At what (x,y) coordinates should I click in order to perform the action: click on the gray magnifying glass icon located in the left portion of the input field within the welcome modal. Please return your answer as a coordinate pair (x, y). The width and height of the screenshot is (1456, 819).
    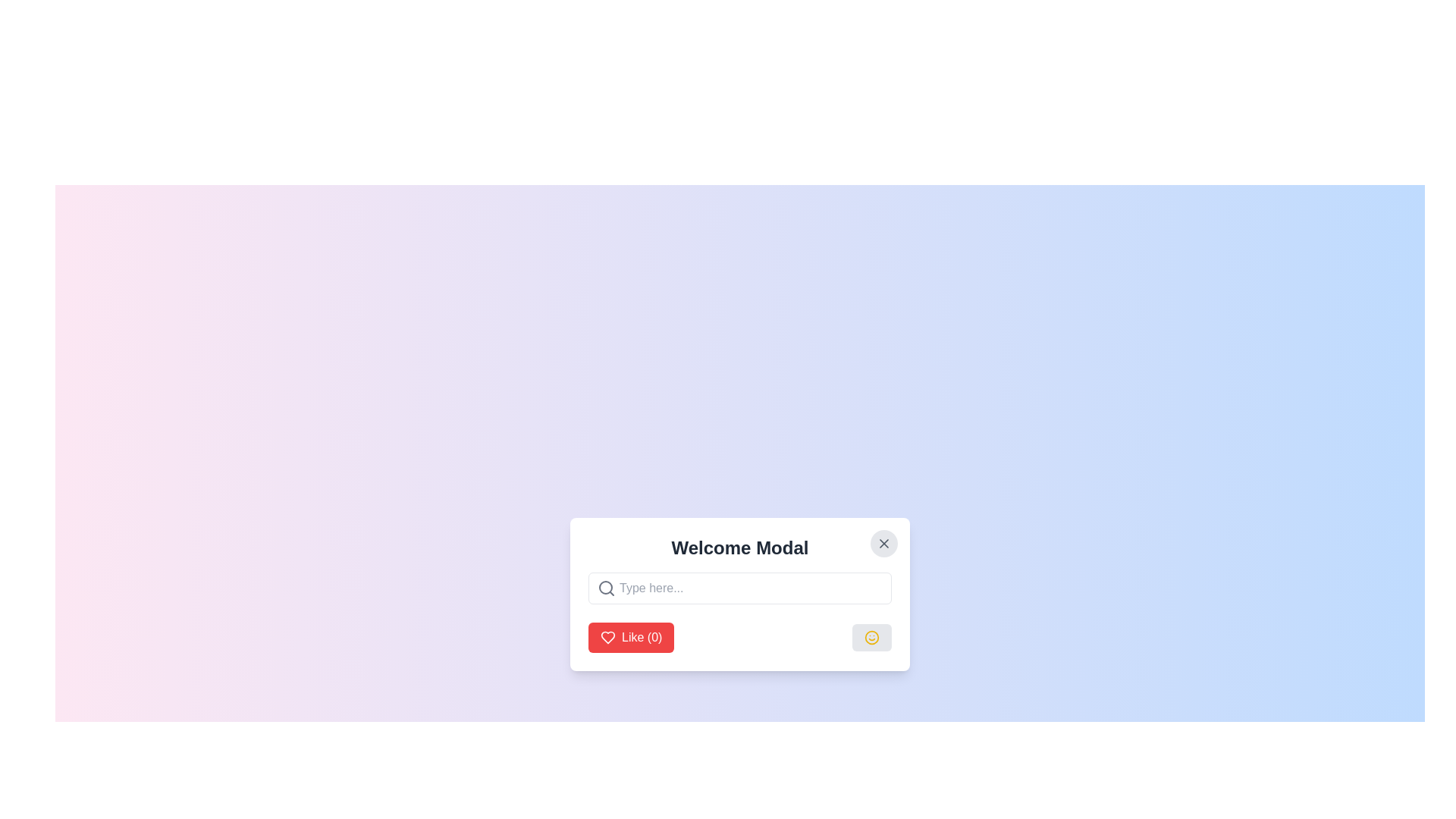
    Looking at the image, I should click on (607, 587).